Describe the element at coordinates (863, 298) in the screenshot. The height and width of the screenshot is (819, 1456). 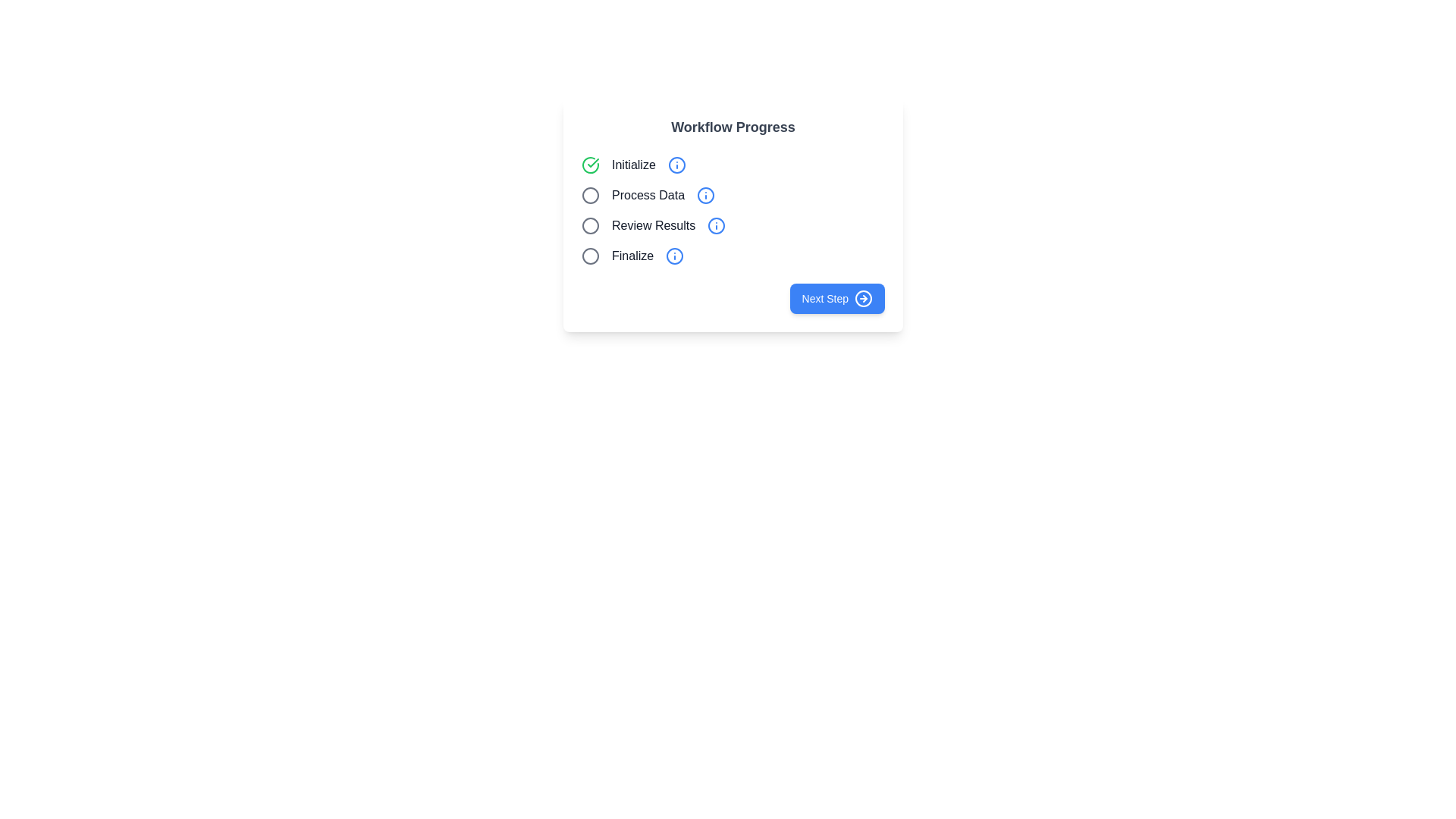
I see `the decorative icon at the rightmost part of the 'Next Step' button to reinforce forward navigation` at that location.